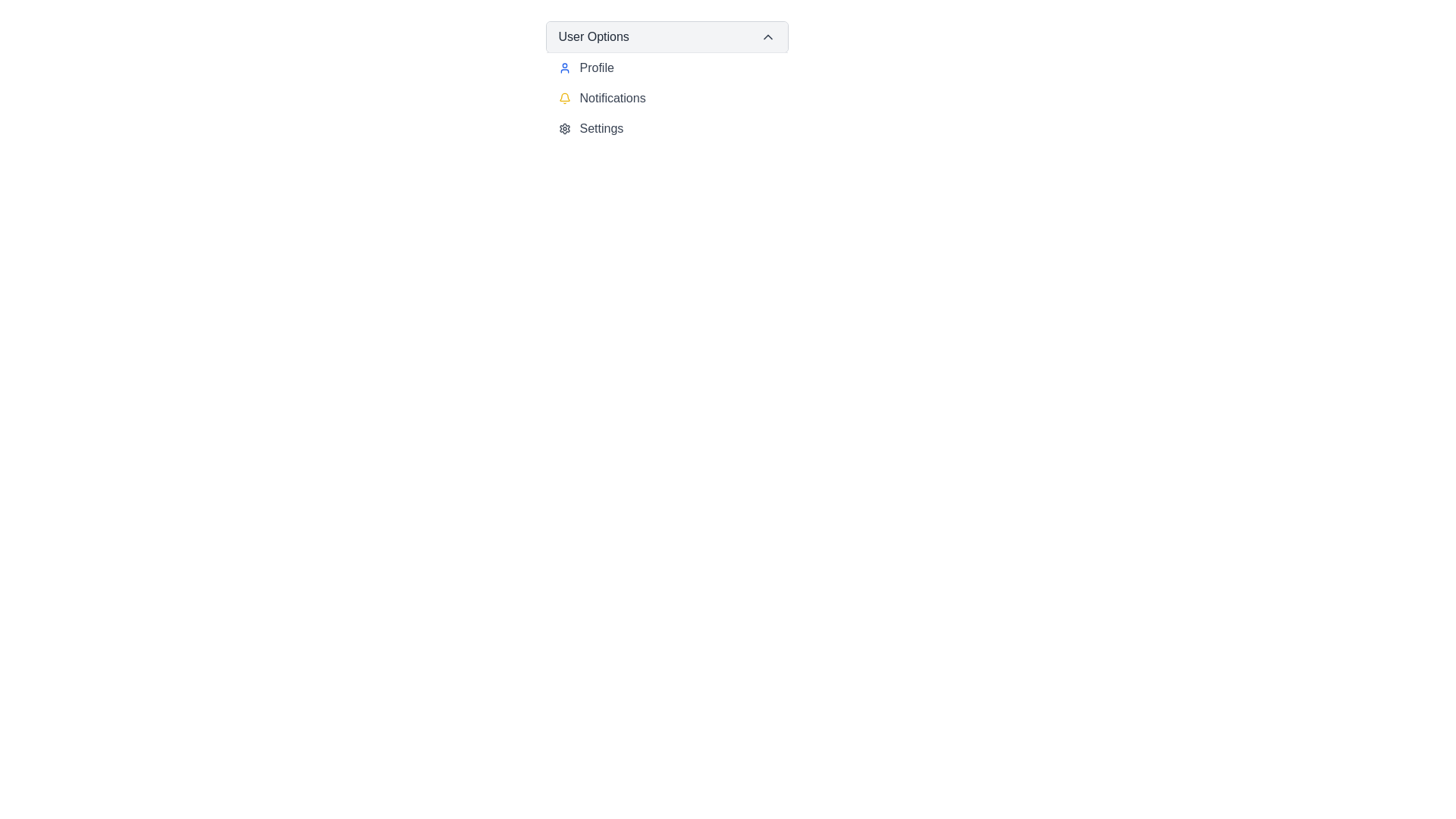 The image size is (1456, 819). Describe the element at coordinates (563, 127) in the screenshot. I see `the cogwheel-shaped icon that indicates settings in the 'User Options' dropdown menu` at that location.